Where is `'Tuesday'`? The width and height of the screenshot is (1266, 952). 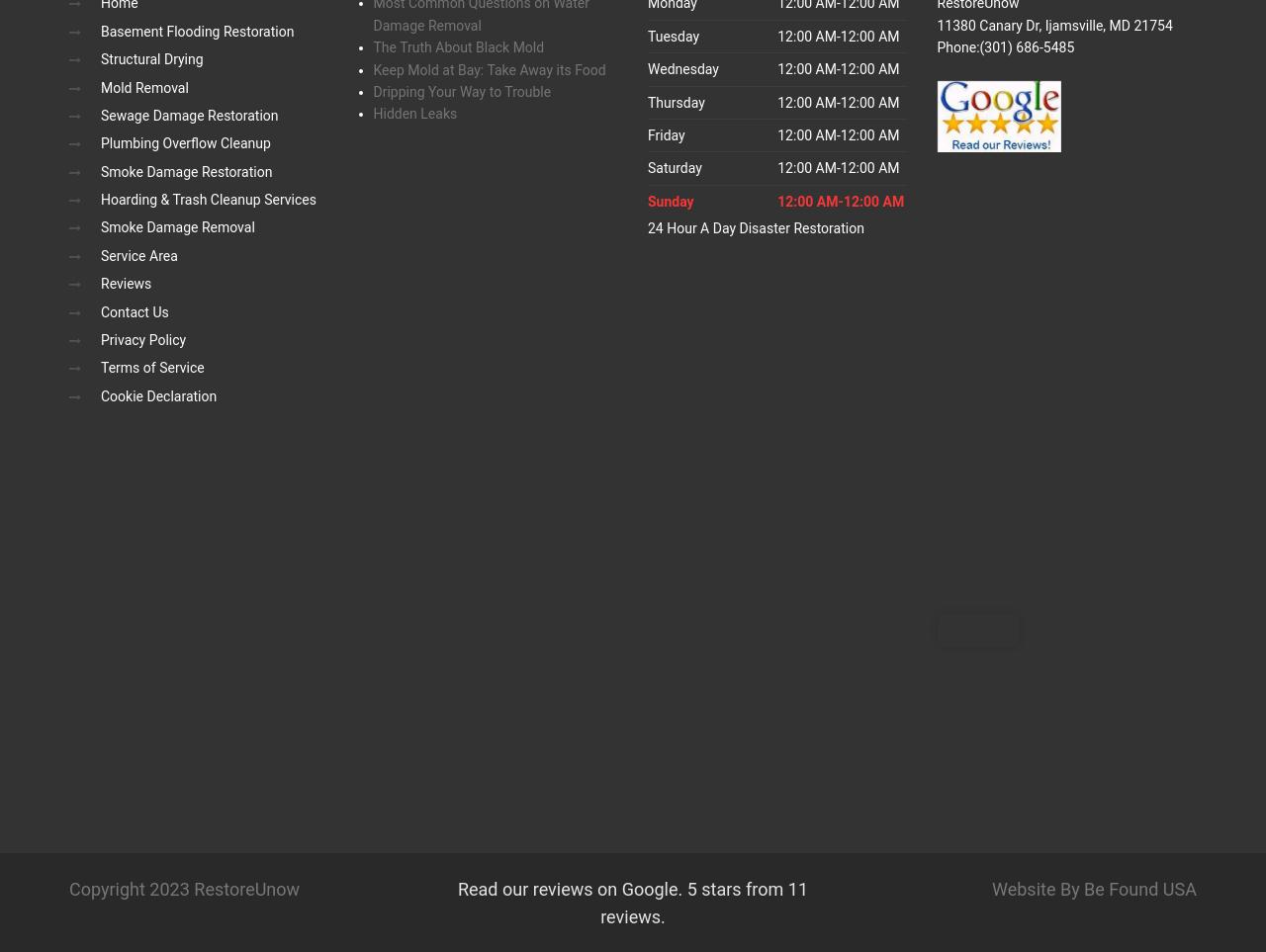
'Tuesday' is located at coordinates (673, 35).